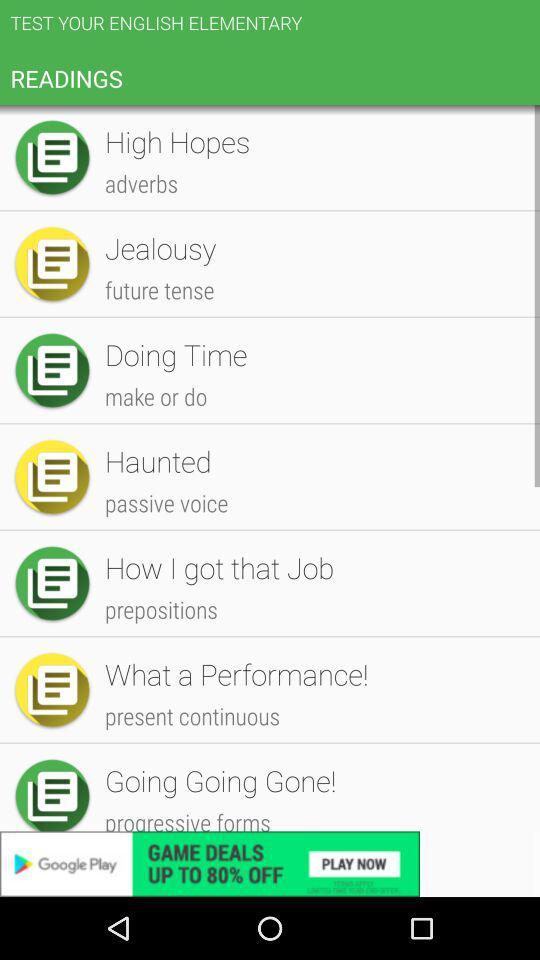 The height and width of the screenshot is (960, 540). What do you see at coordinates (312, 545) in the screenshot?
I see `millionaire icon` at bounding box center [312, 545].